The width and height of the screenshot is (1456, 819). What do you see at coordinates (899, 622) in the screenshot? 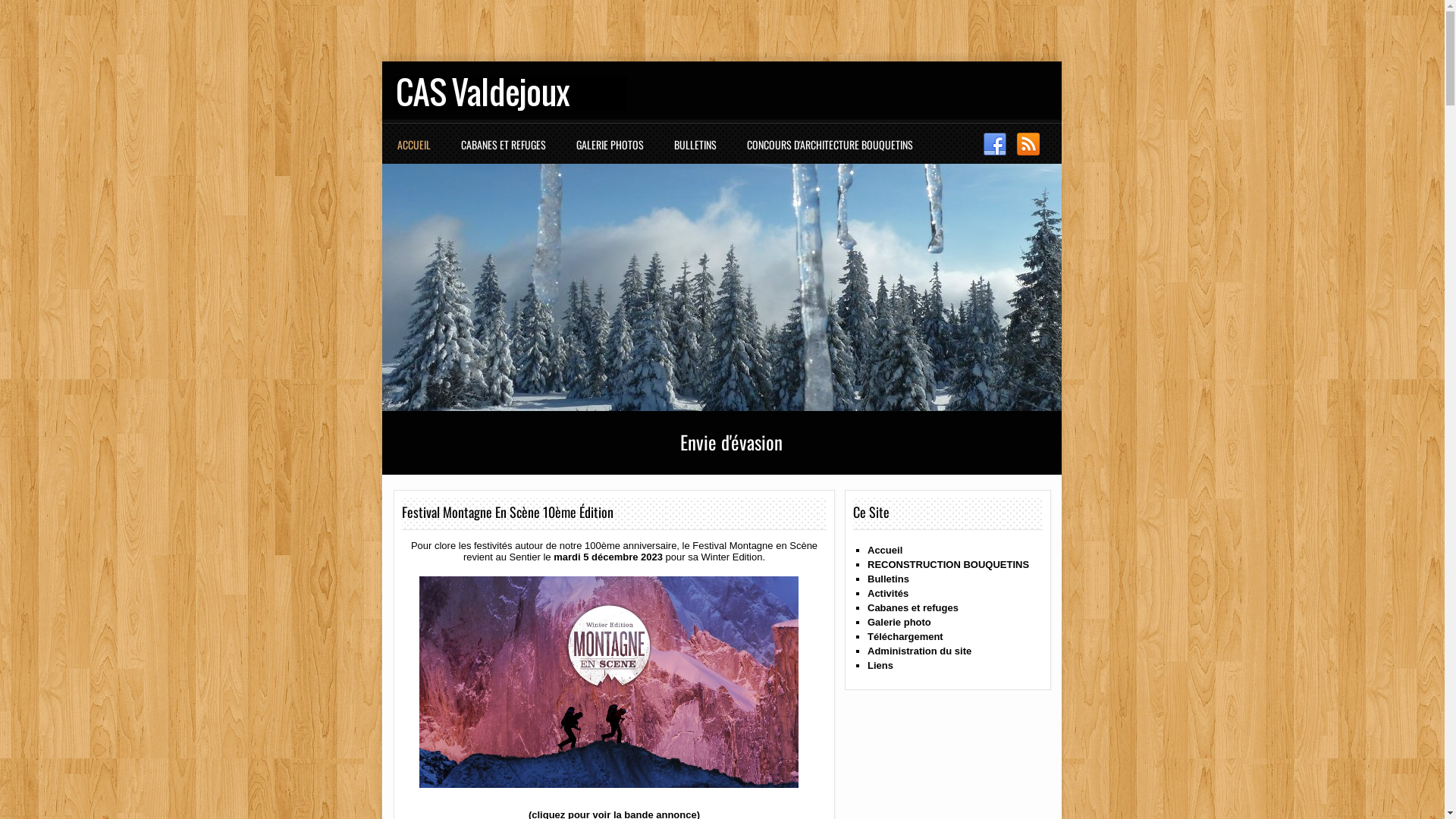
I see `'Galerie photo'` at bounding box center [899, 622].